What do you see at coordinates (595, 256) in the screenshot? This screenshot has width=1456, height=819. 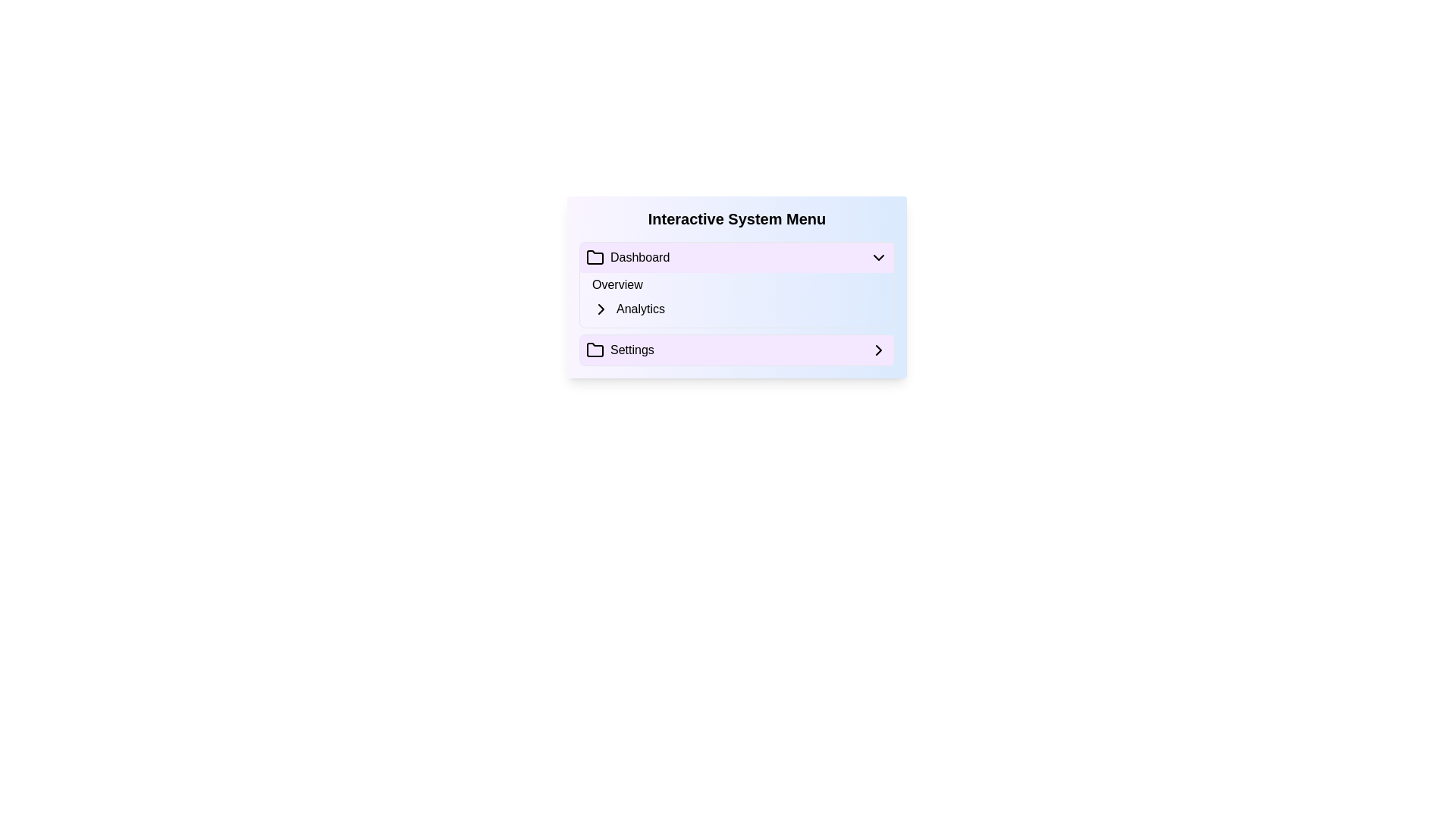 I see `the folder icon representing the 'Dashboard' menu option, which is located on the left side of the 'Dashboard' option in the menu` at bounding box center [595, 256].